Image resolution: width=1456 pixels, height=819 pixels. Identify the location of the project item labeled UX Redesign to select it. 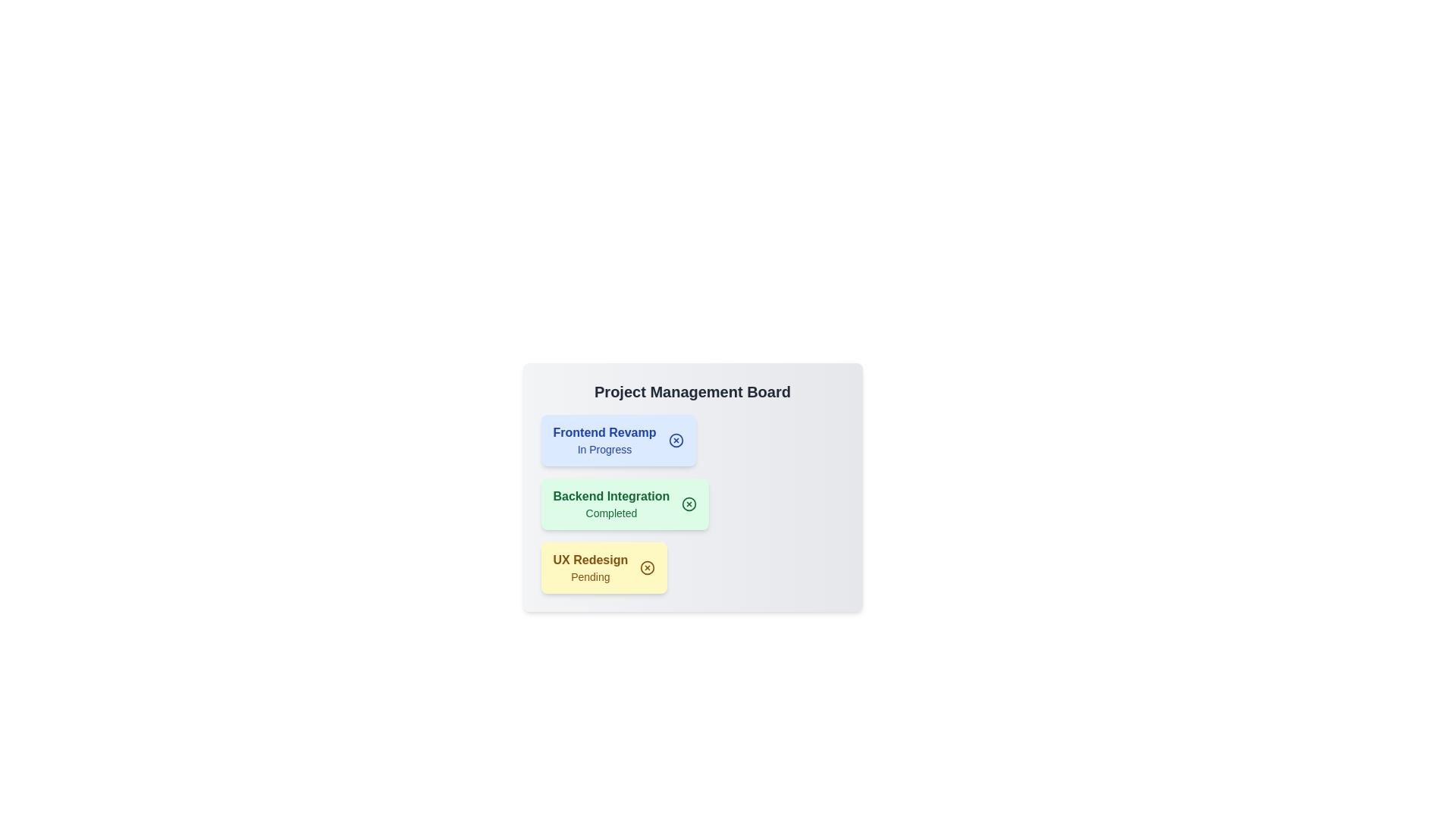
(589, 567).